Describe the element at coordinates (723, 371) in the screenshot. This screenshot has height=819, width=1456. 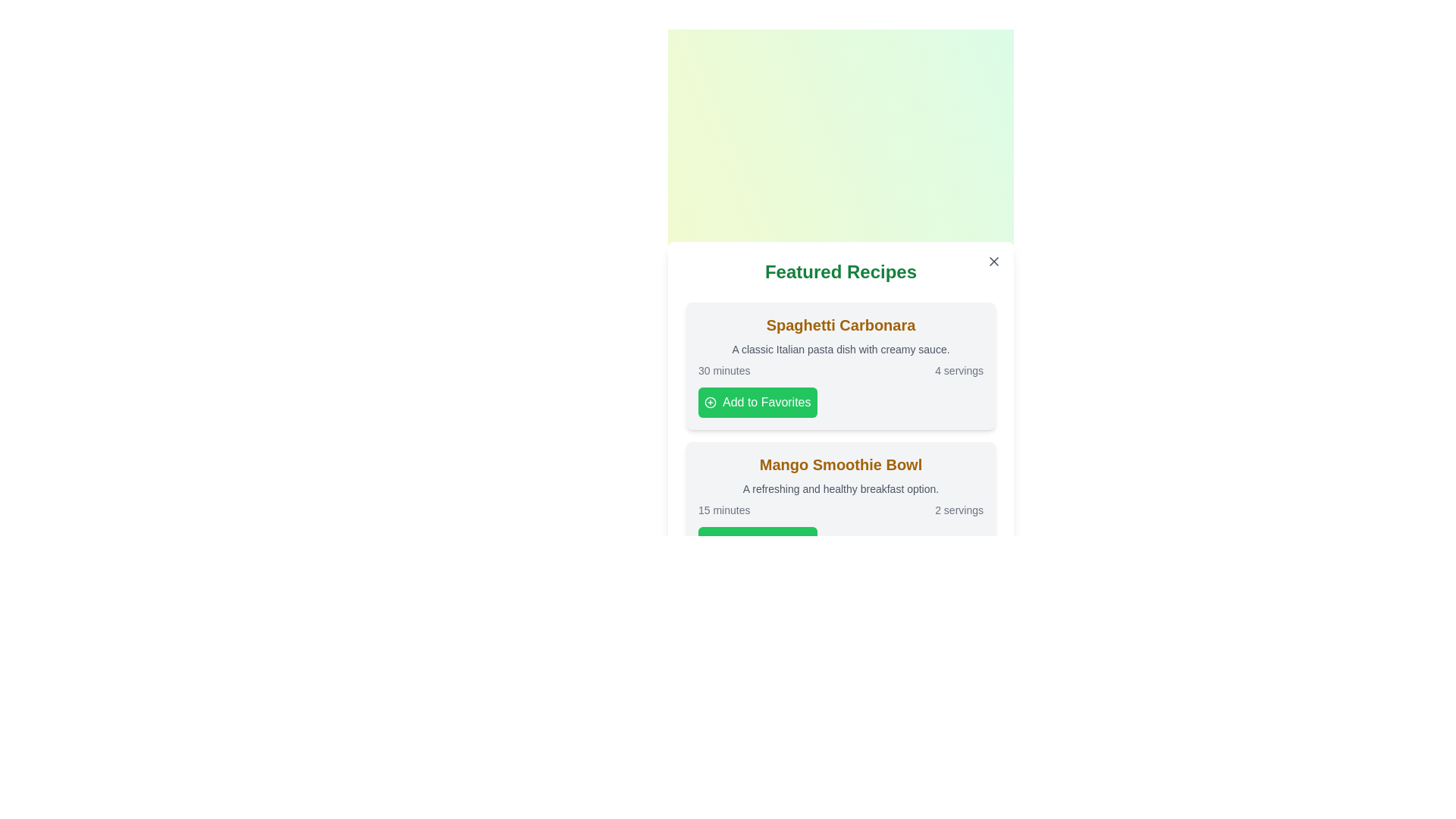
I see `text label indicating the preparation time for the recipe 'Spaghetti Carbonara', located at the bottom-left corner of the recipe card` at that location.